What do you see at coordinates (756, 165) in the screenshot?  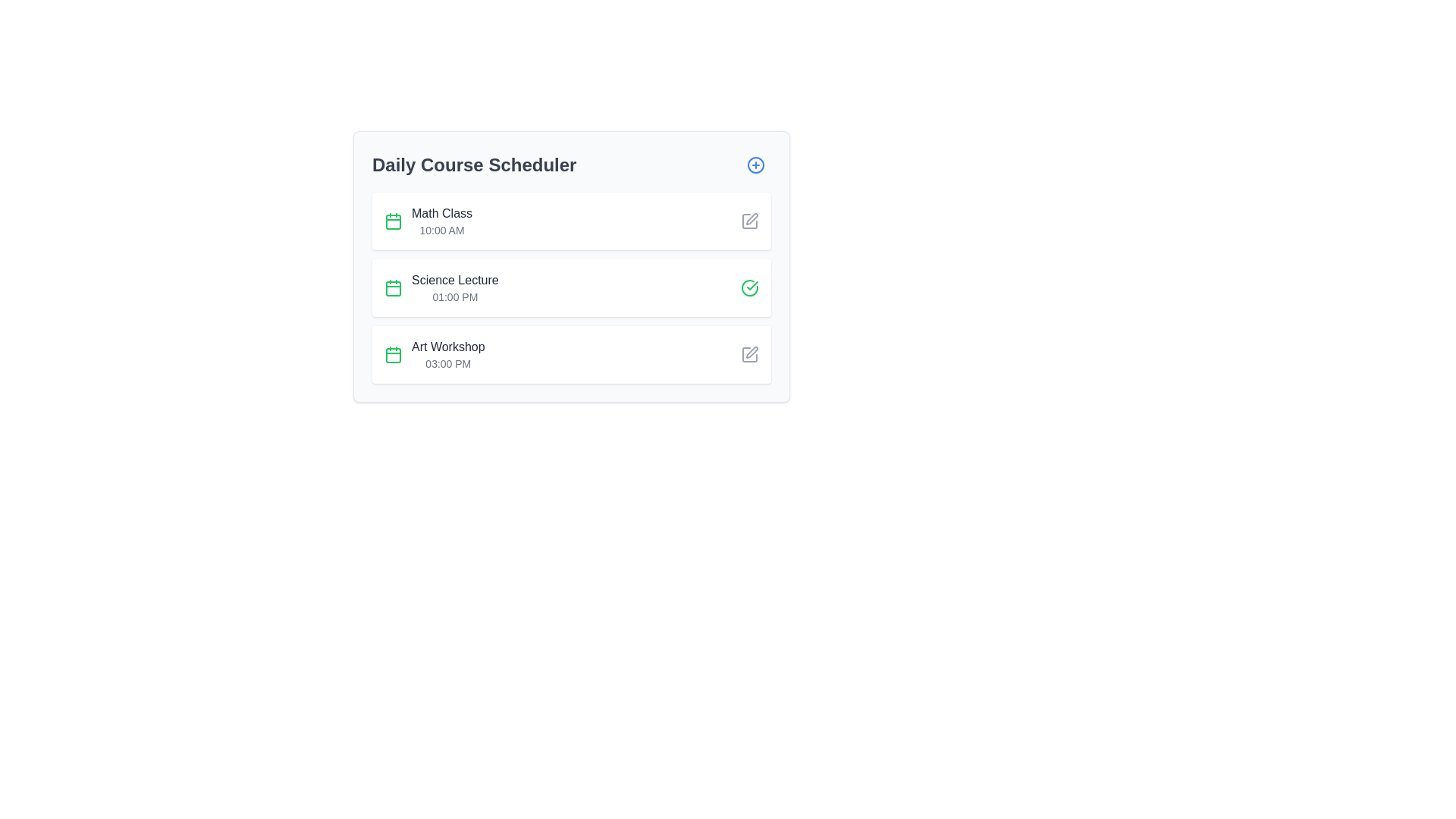 I see `the visual representation of the SVG circle graphic that is positioned at the top right corner of the 'Daily Course Scheduler' card interface` at bounding box center [756, 165].